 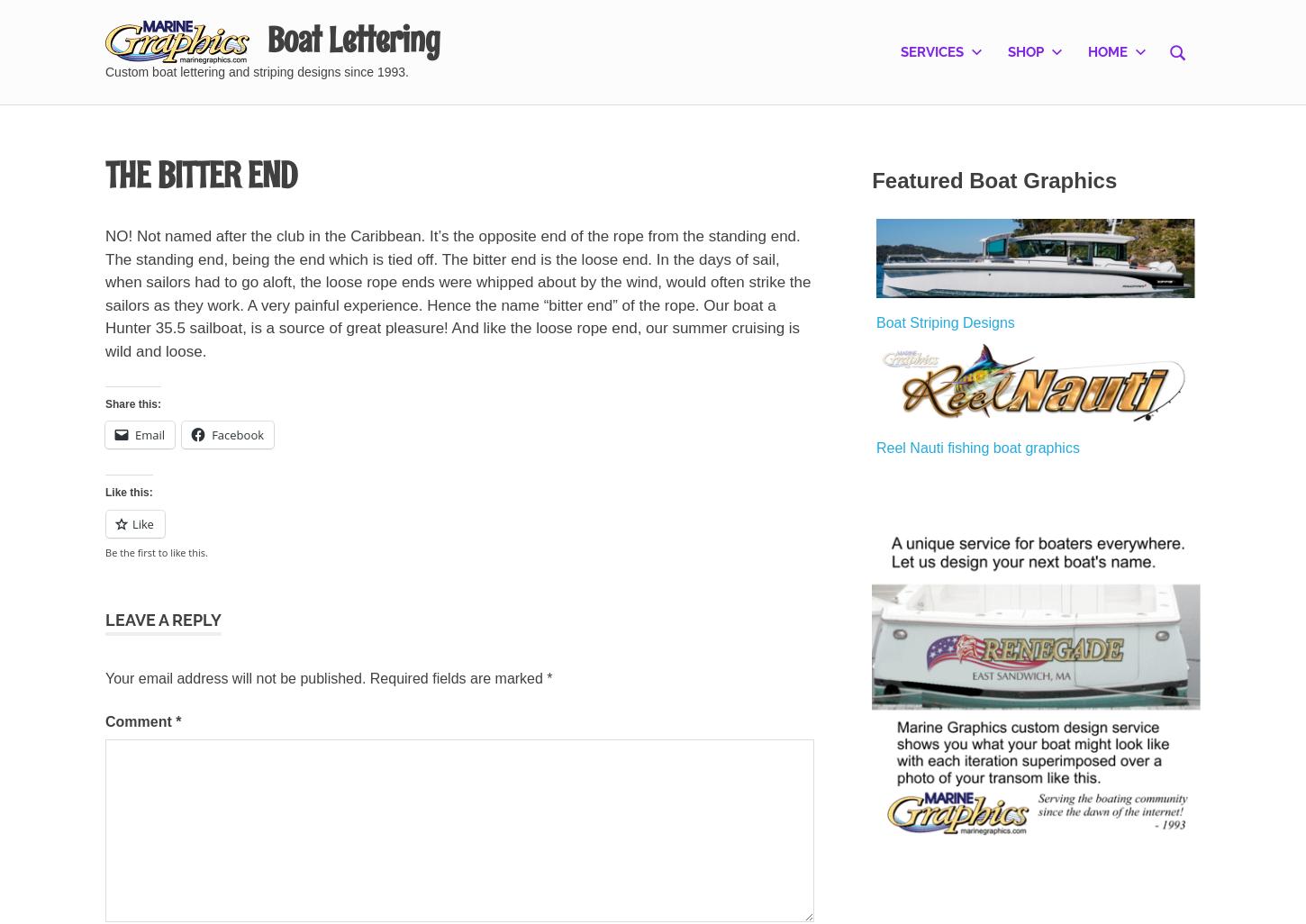 What do you see at coordinates (238, 433) in the screenshot?
I see `'Facebook'` at bounding box center [238, 433].